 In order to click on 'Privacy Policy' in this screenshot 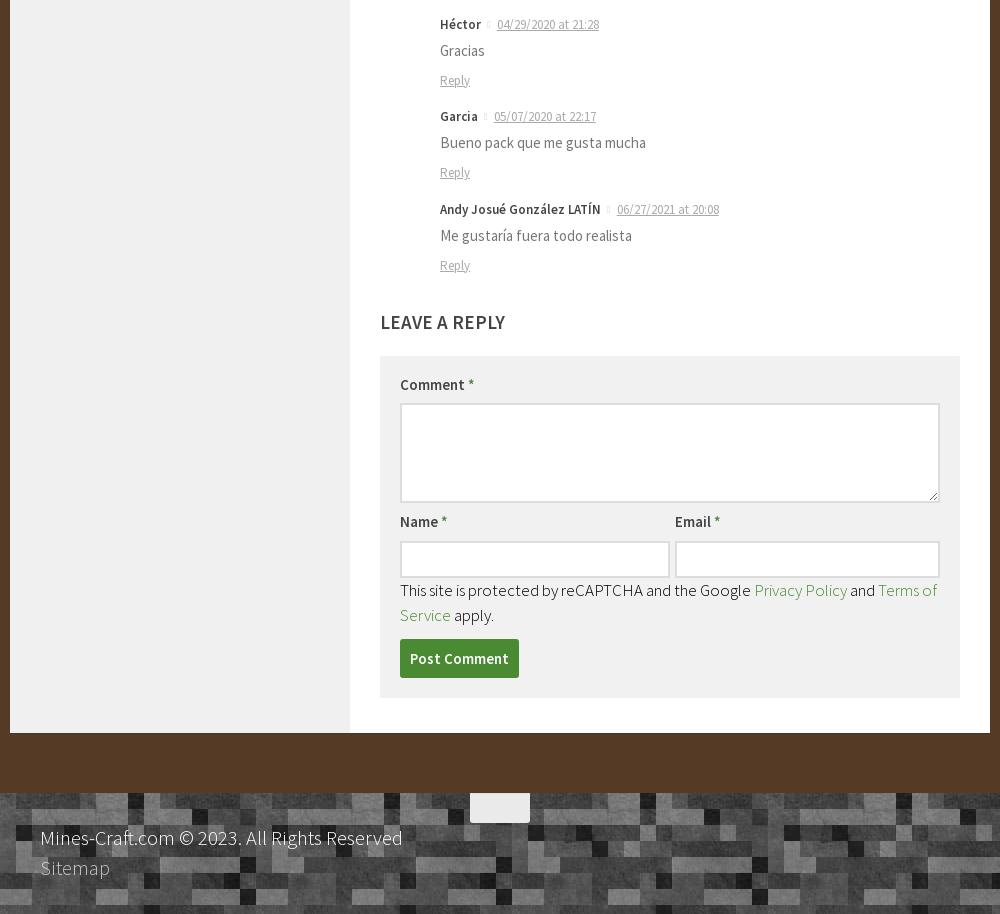, I will do `click(800, 588)`.